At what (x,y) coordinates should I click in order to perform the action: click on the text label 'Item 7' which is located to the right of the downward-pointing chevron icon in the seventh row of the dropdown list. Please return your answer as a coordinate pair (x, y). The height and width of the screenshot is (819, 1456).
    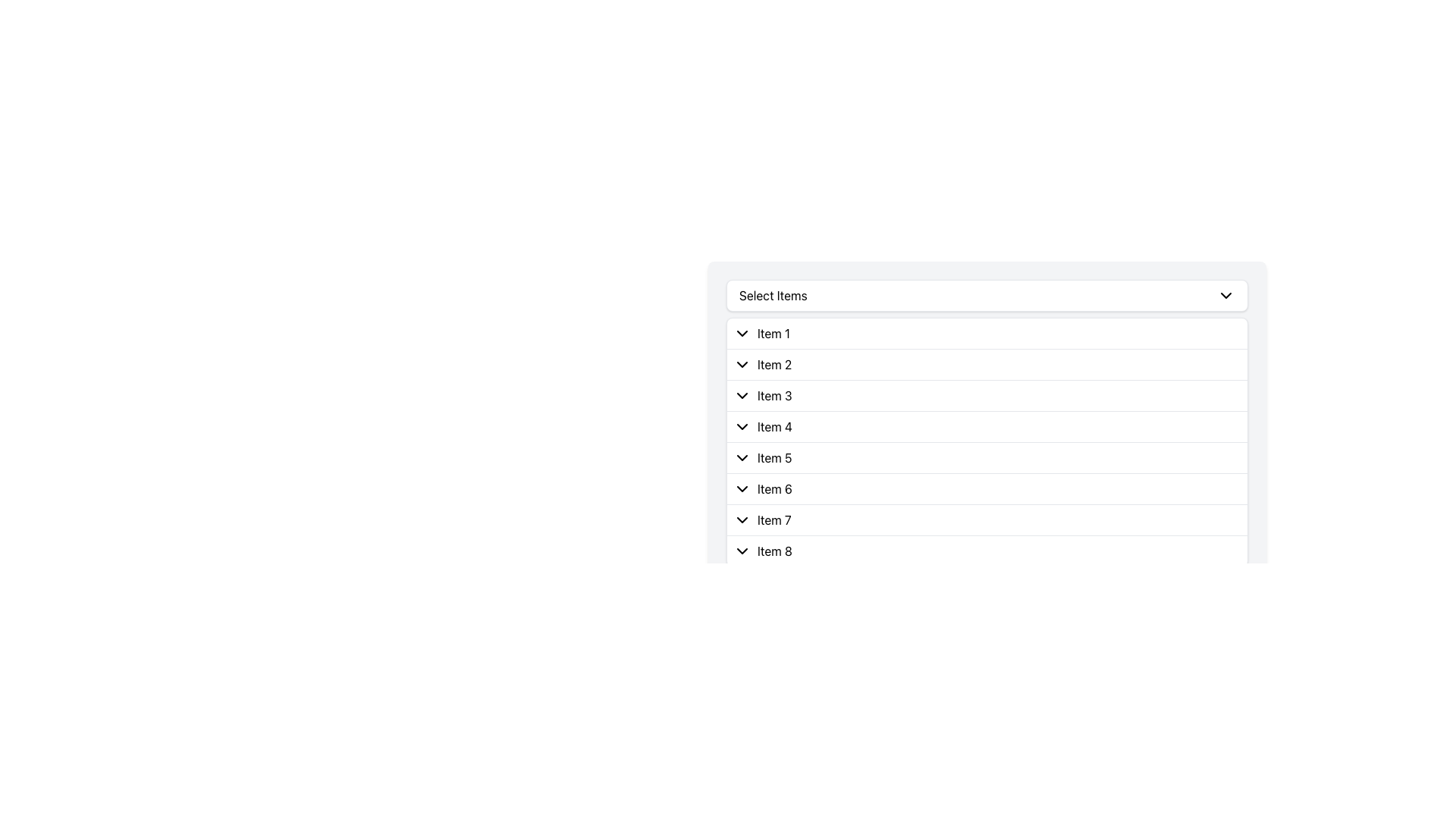
    Looking at the image, I should click on (774, 519).